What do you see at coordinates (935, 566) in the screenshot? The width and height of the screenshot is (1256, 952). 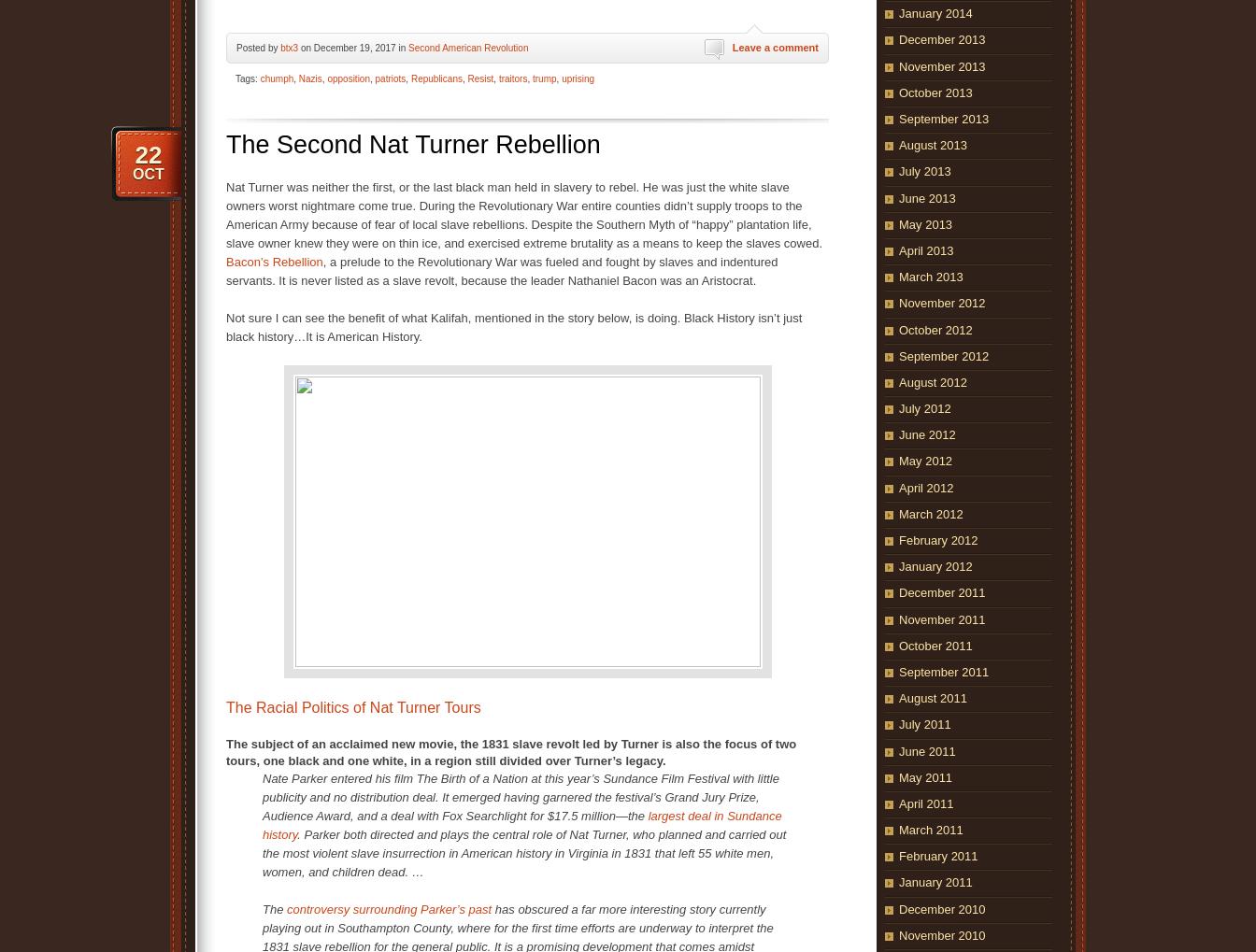 I see `'January 2012'` at bounding box center [935, 566].